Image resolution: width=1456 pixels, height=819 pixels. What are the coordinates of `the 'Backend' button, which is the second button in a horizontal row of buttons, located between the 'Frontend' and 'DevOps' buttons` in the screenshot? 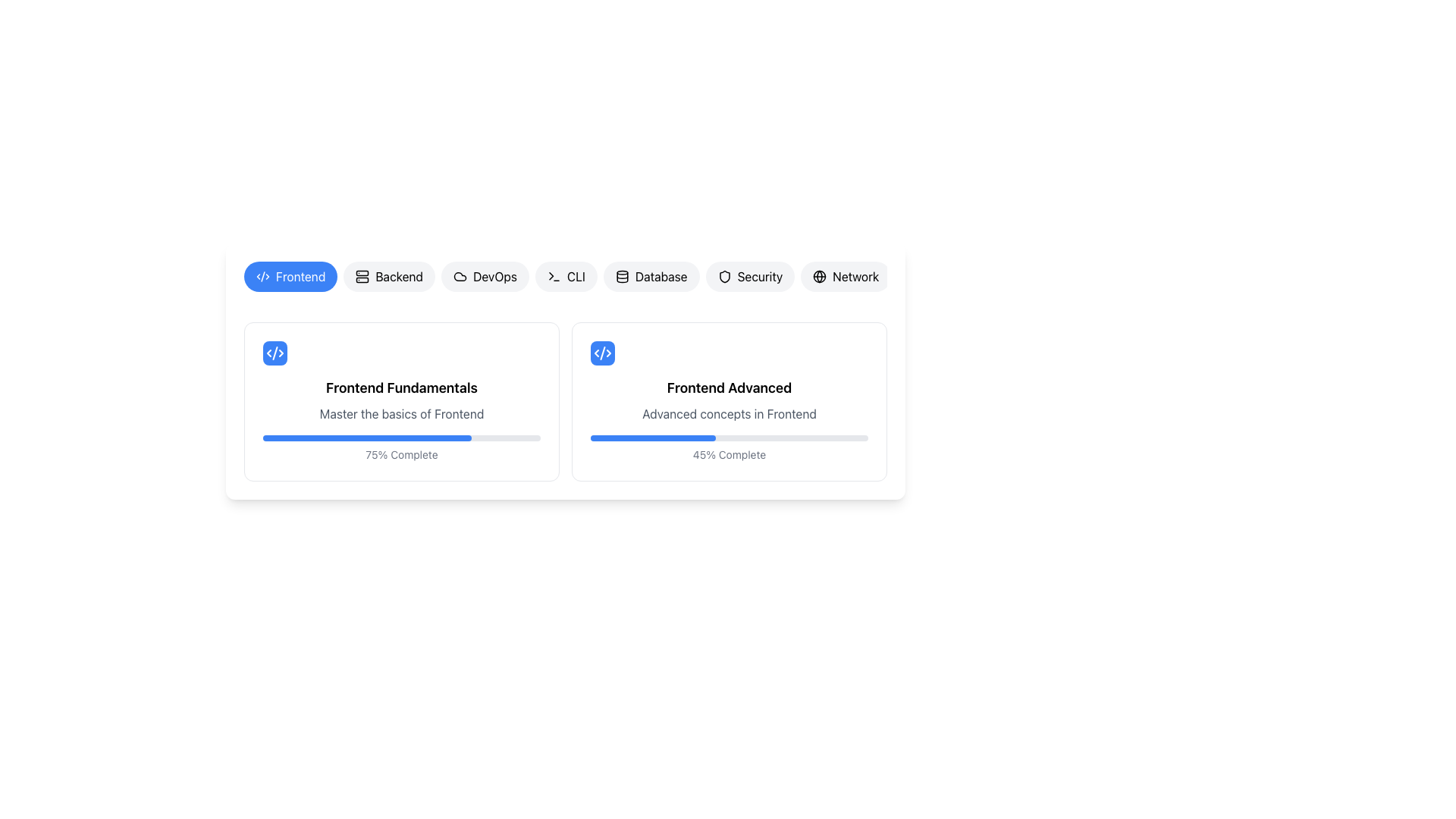 It's located at (389, 277).